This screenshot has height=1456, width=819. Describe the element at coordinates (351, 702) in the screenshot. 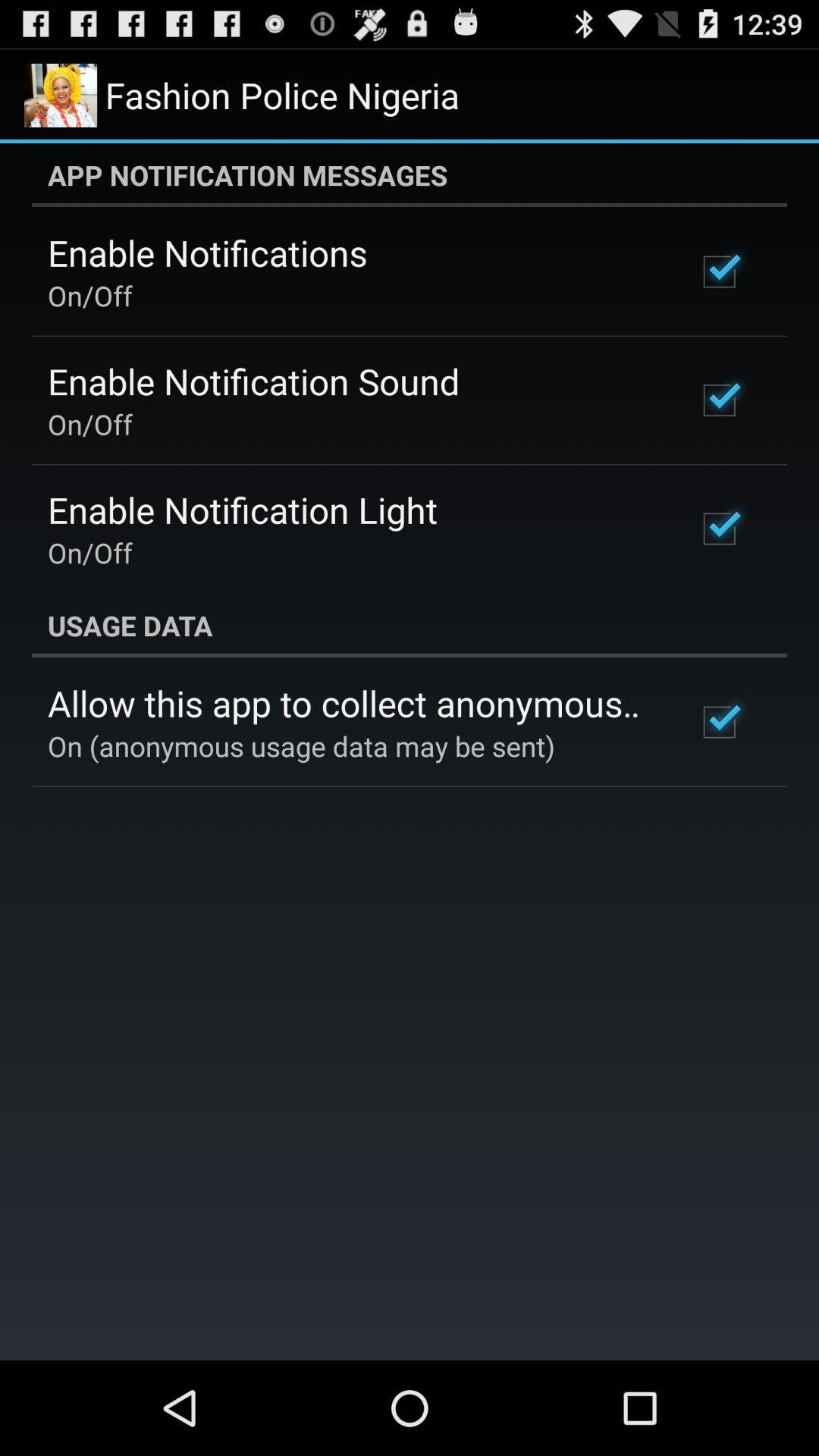

I see `app below the usage data item` at that location.